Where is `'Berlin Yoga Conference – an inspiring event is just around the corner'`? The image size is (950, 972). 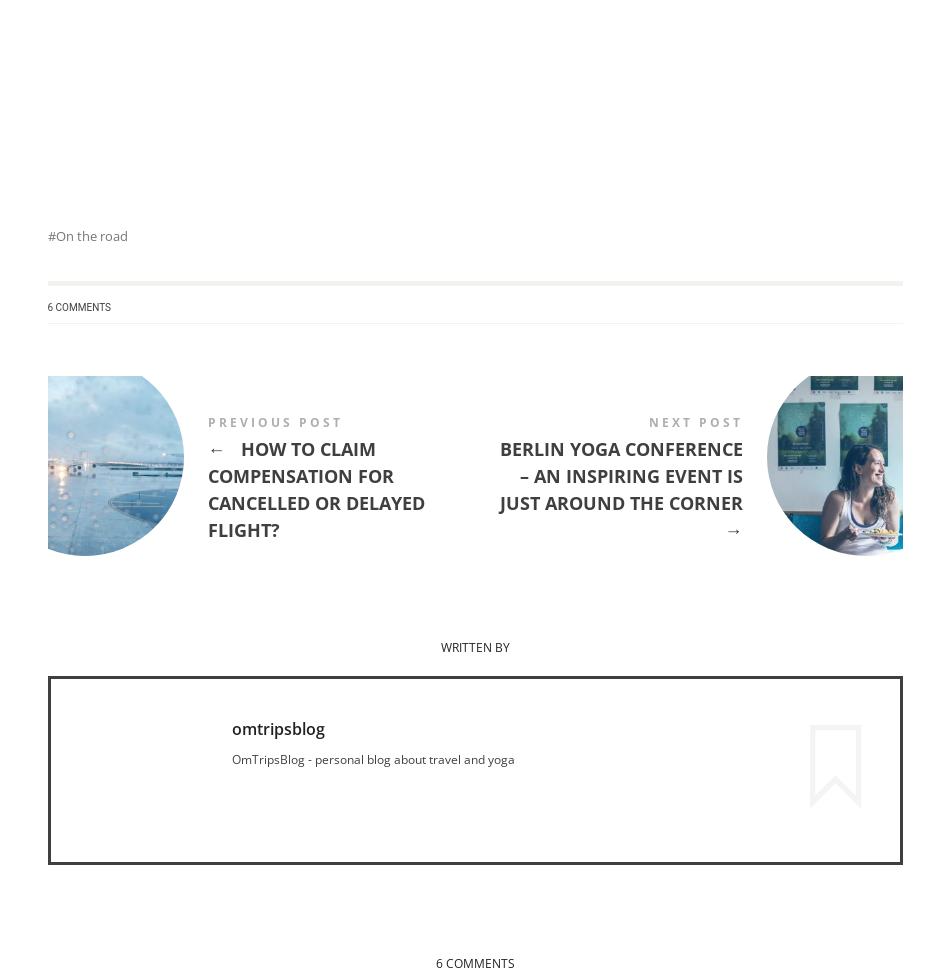 'Berlin Yoga Conference – an inspiring event is just around the corner' is located at coordinates (499, 474).